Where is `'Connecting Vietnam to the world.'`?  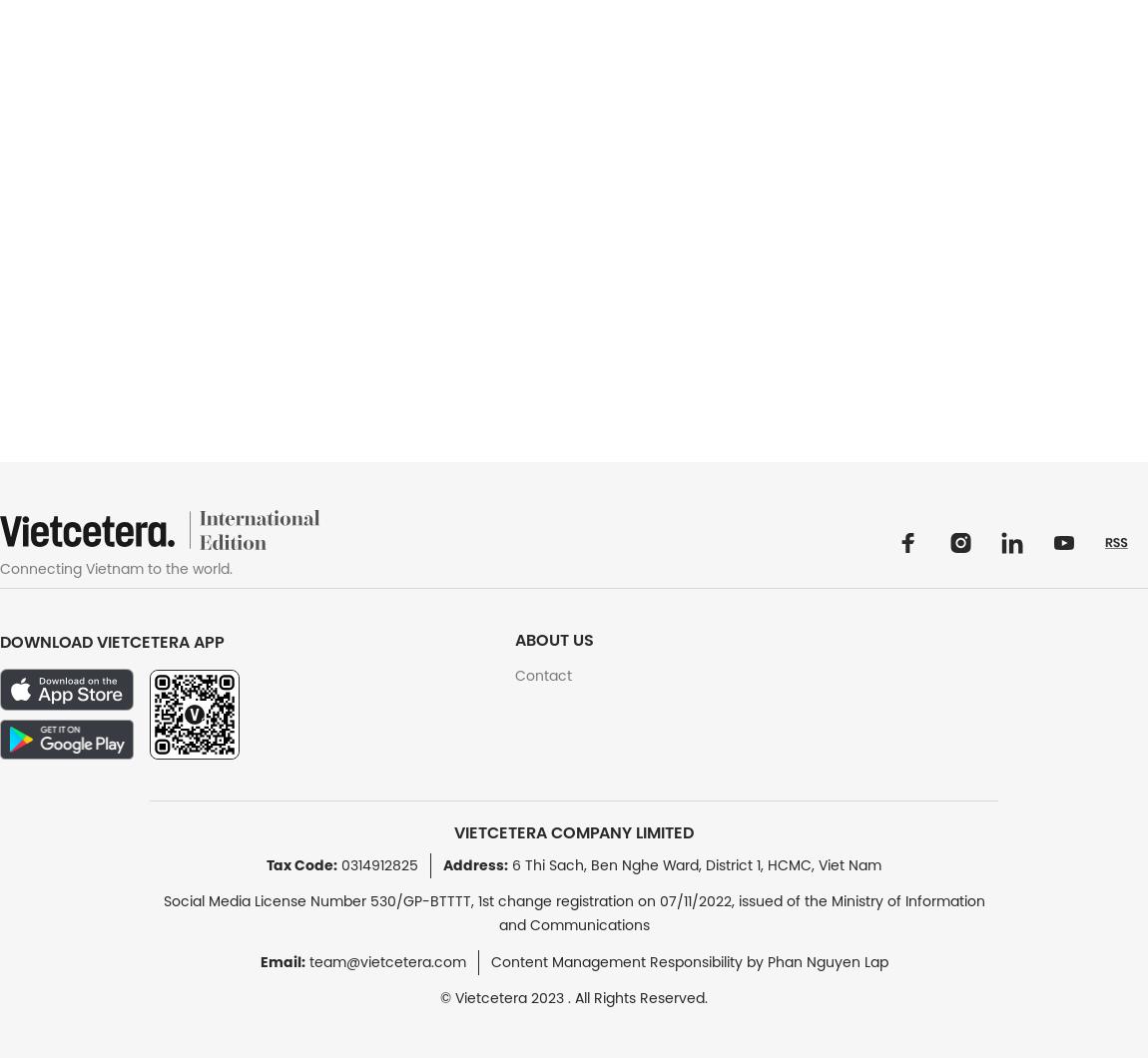 'Connecting Vietnam to the world.' is located at coordinates (0, 569).